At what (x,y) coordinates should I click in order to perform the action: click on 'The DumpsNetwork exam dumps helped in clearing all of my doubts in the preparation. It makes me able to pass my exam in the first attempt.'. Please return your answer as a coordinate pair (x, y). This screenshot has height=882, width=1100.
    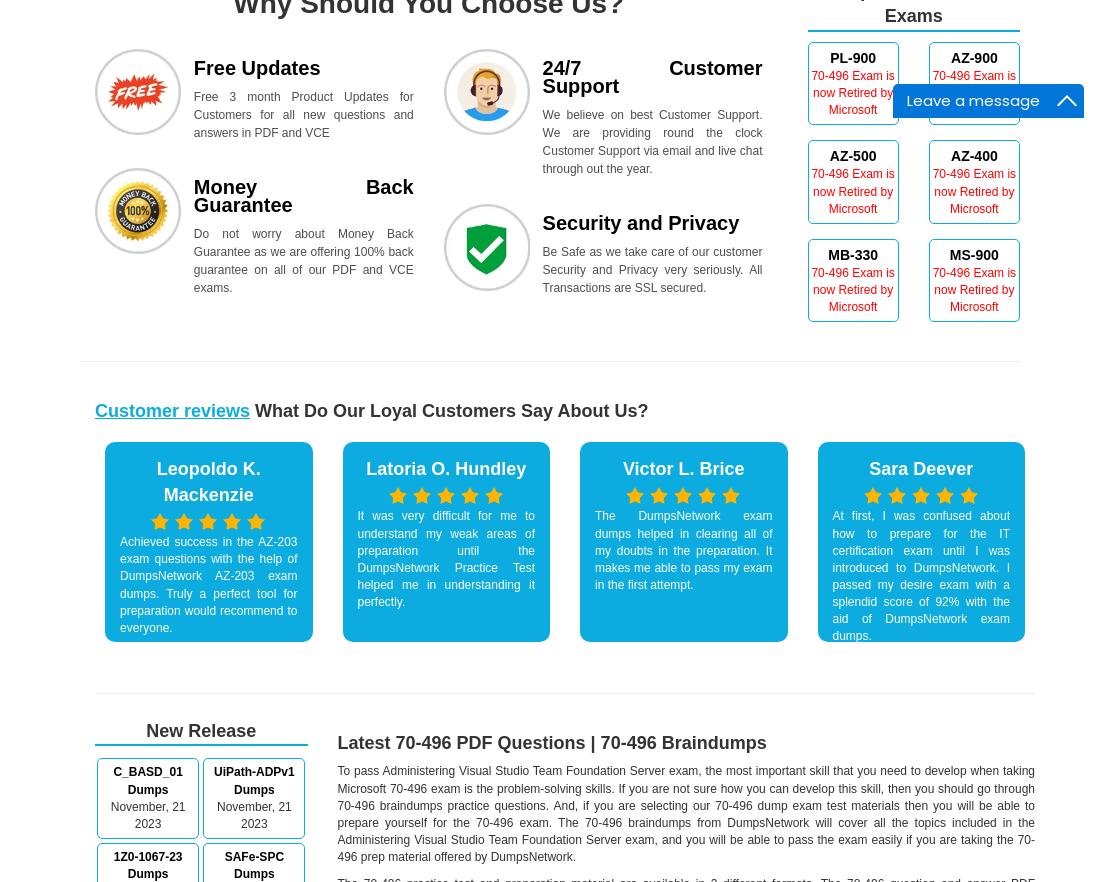
    Looking at the image, I should click on (683, 549).